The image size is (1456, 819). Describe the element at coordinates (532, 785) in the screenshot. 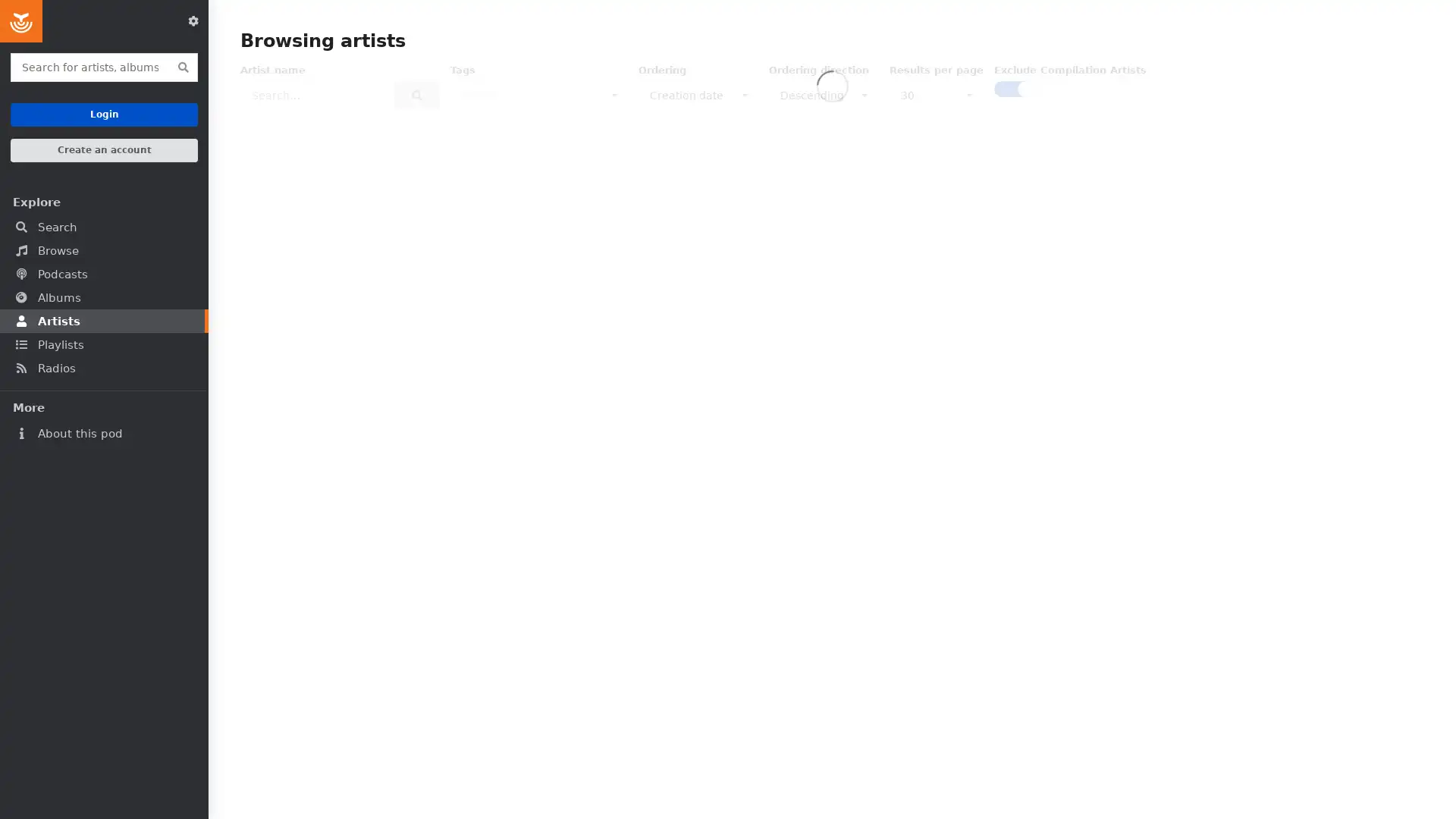

I see `Play artist` at that location.